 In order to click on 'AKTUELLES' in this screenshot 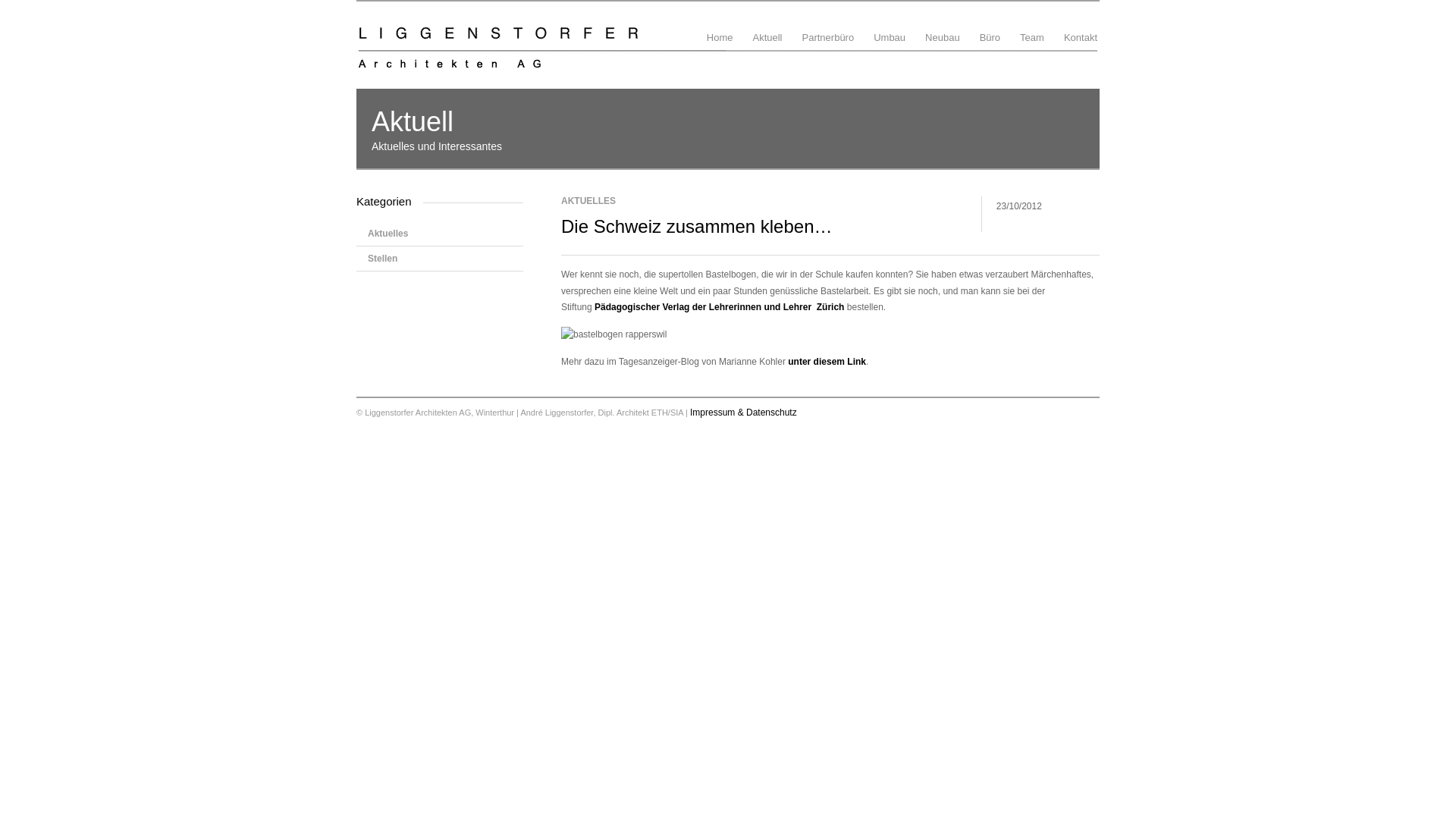, I will do `click(588, 200)`.